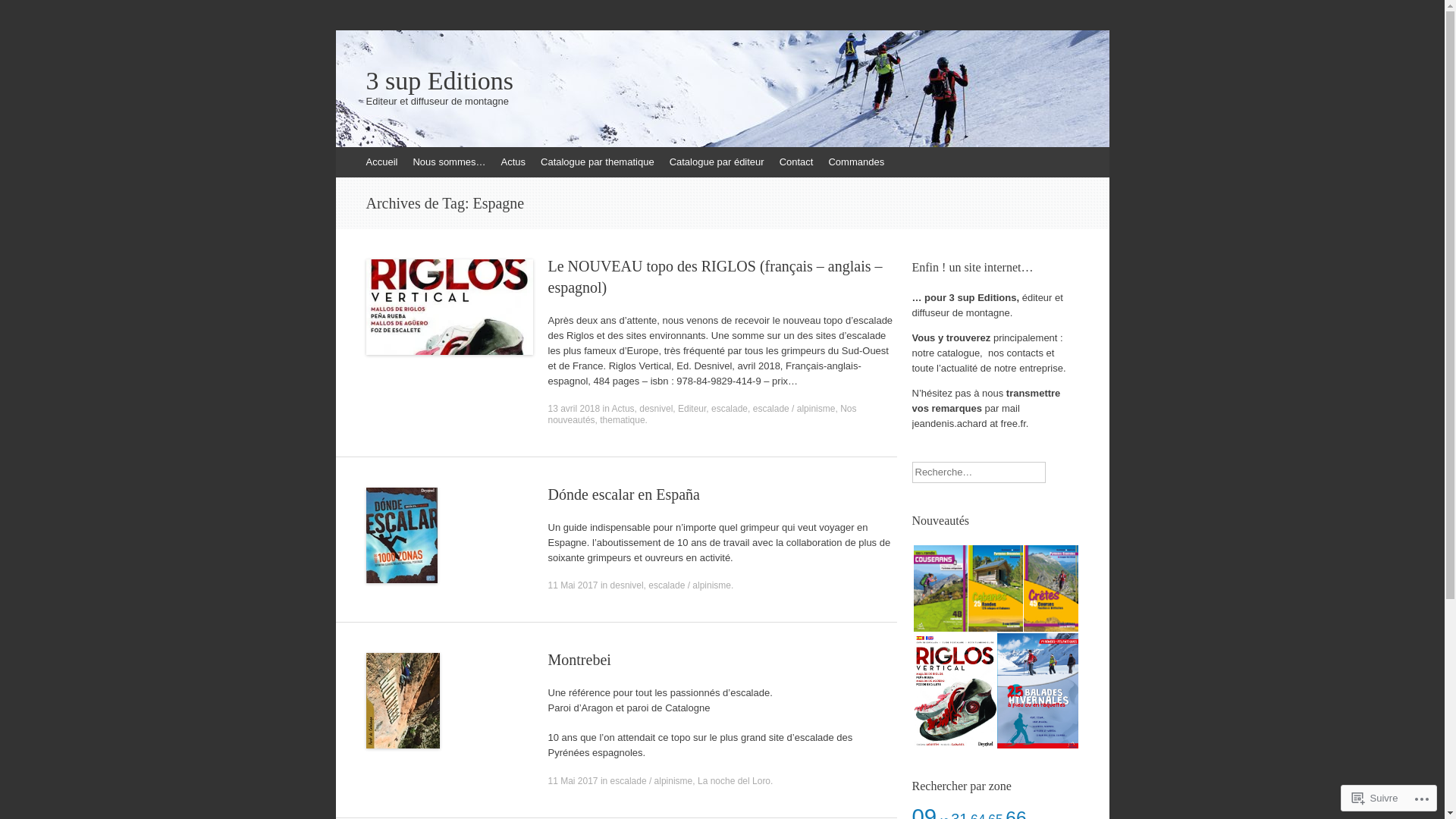 The width and height of the screenshot is (1456, 819). What do you see at coordinates (381, 162) in the screenshot?
I see `'Accueil'` at bounding box center [381, 162].